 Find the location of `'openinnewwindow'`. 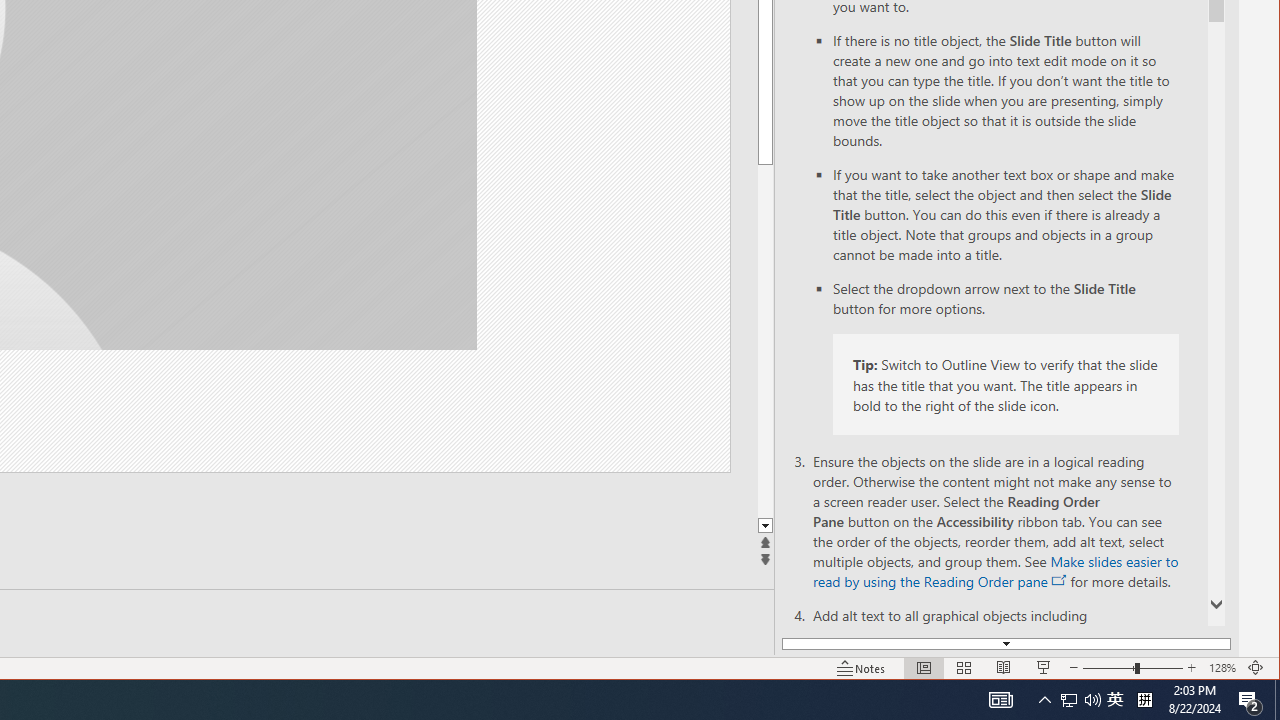

'openinnewwindow' is located at coordinates (1058, 581).